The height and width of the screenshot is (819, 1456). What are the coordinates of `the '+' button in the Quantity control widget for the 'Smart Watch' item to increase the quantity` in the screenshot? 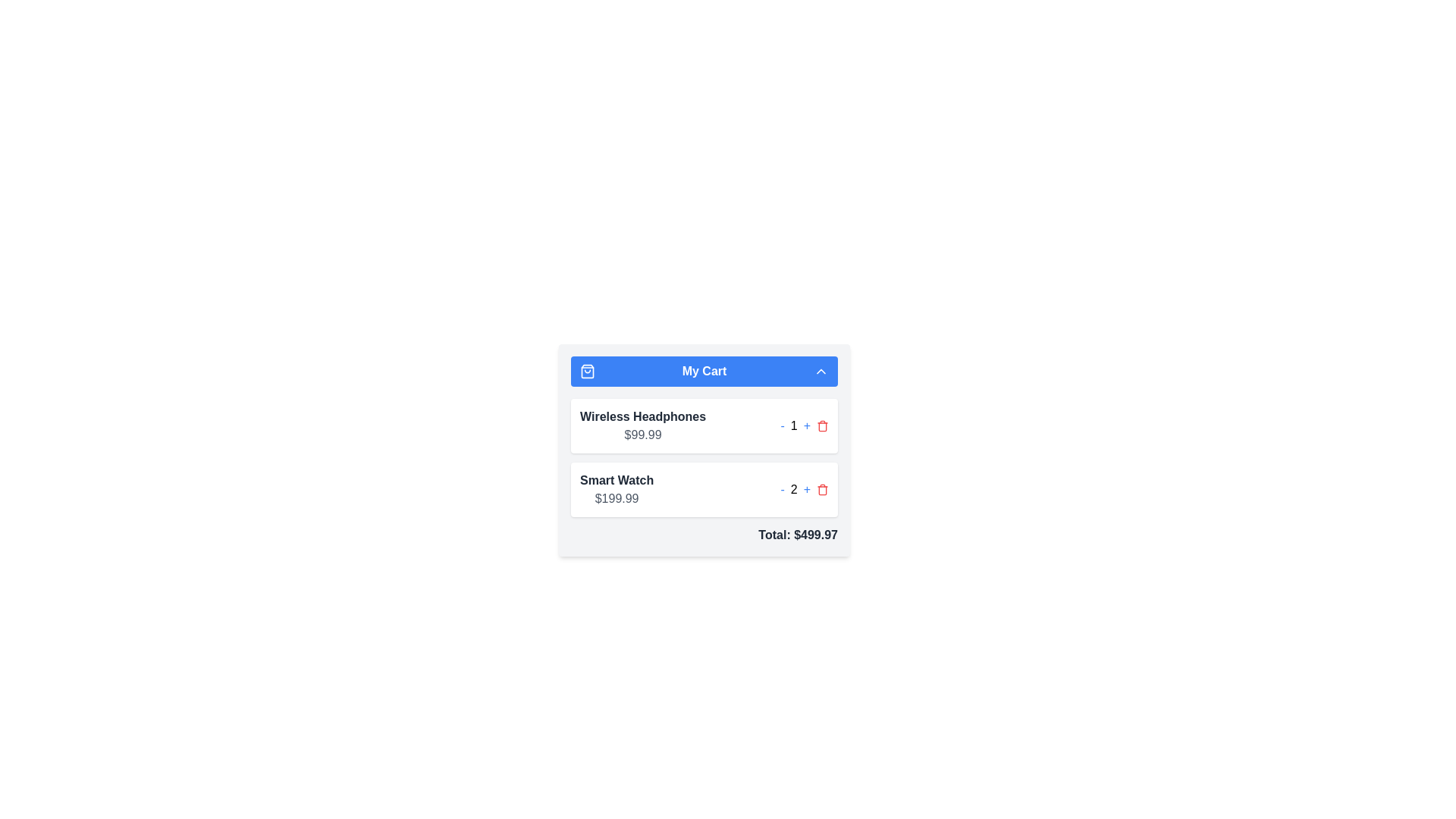 It's located at (804, 489).